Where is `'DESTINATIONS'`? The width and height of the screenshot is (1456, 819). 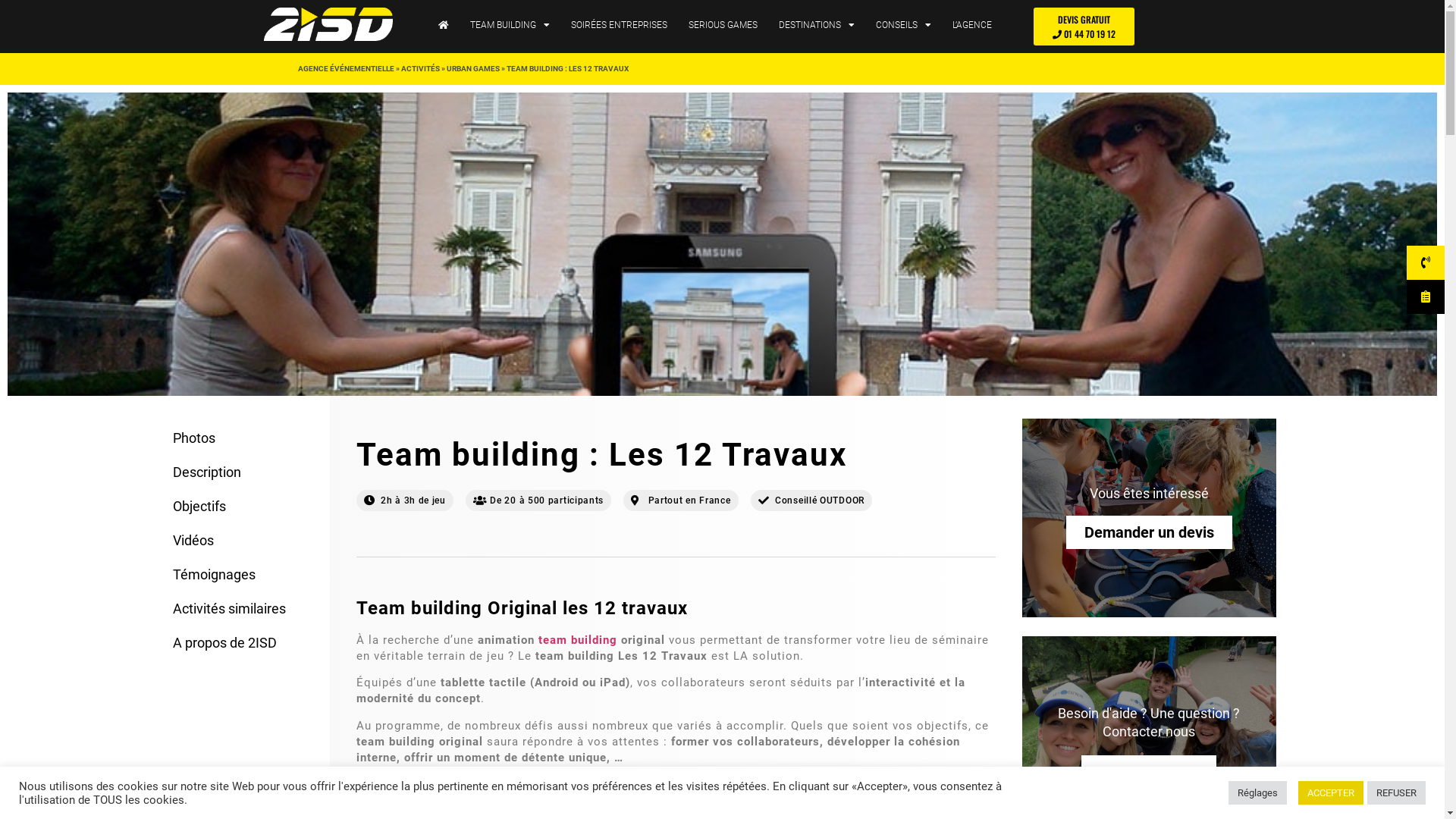
'DESTINATIONS' is located at coordinates (815, 25).